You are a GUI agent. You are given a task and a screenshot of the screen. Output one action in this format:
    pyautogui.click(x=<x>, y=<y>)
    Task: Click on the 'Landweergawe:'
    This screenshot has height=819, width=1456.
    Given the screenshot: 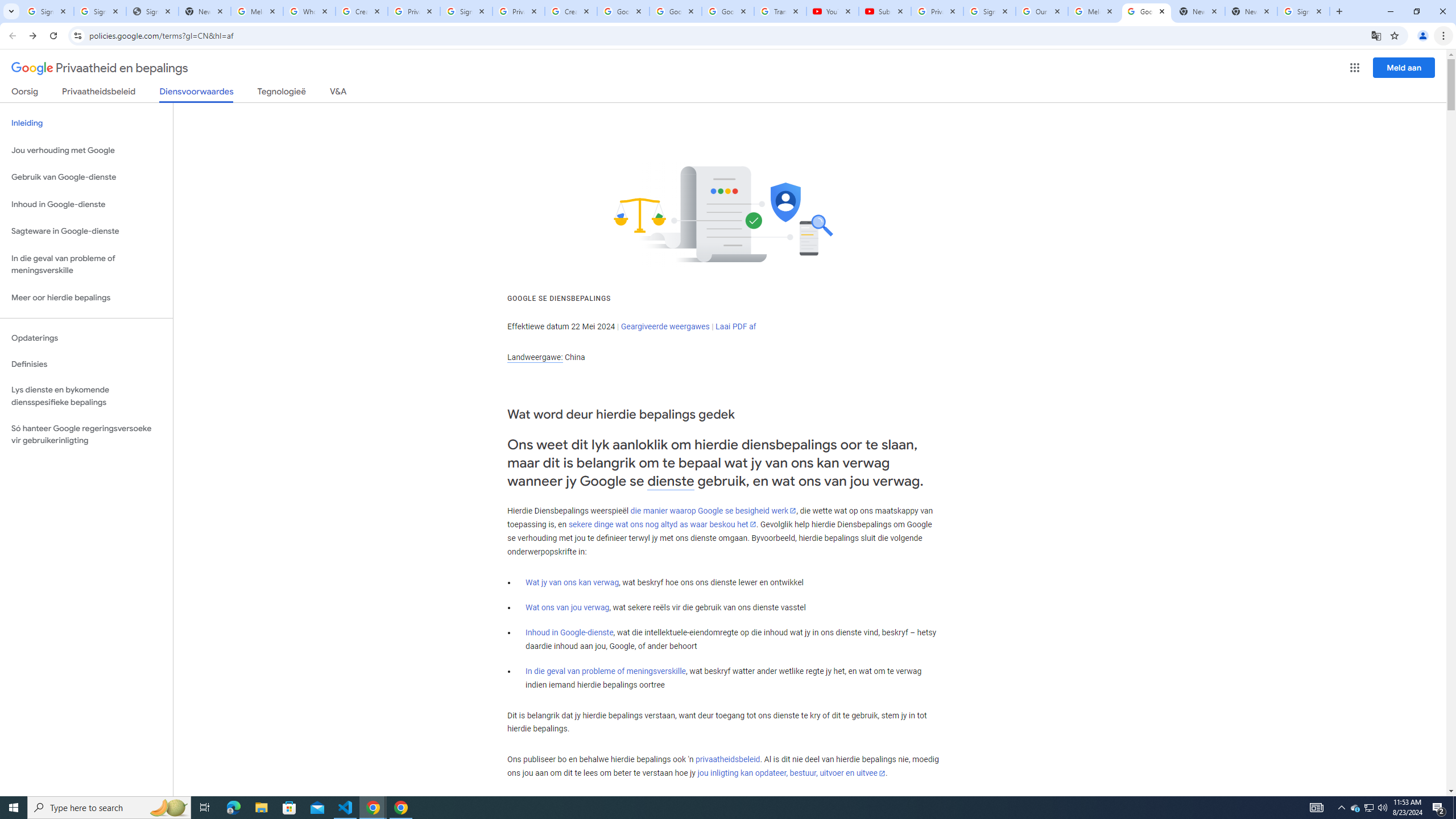 What is the action you would take?
    pyautogui.click(x=534, y=357)
    